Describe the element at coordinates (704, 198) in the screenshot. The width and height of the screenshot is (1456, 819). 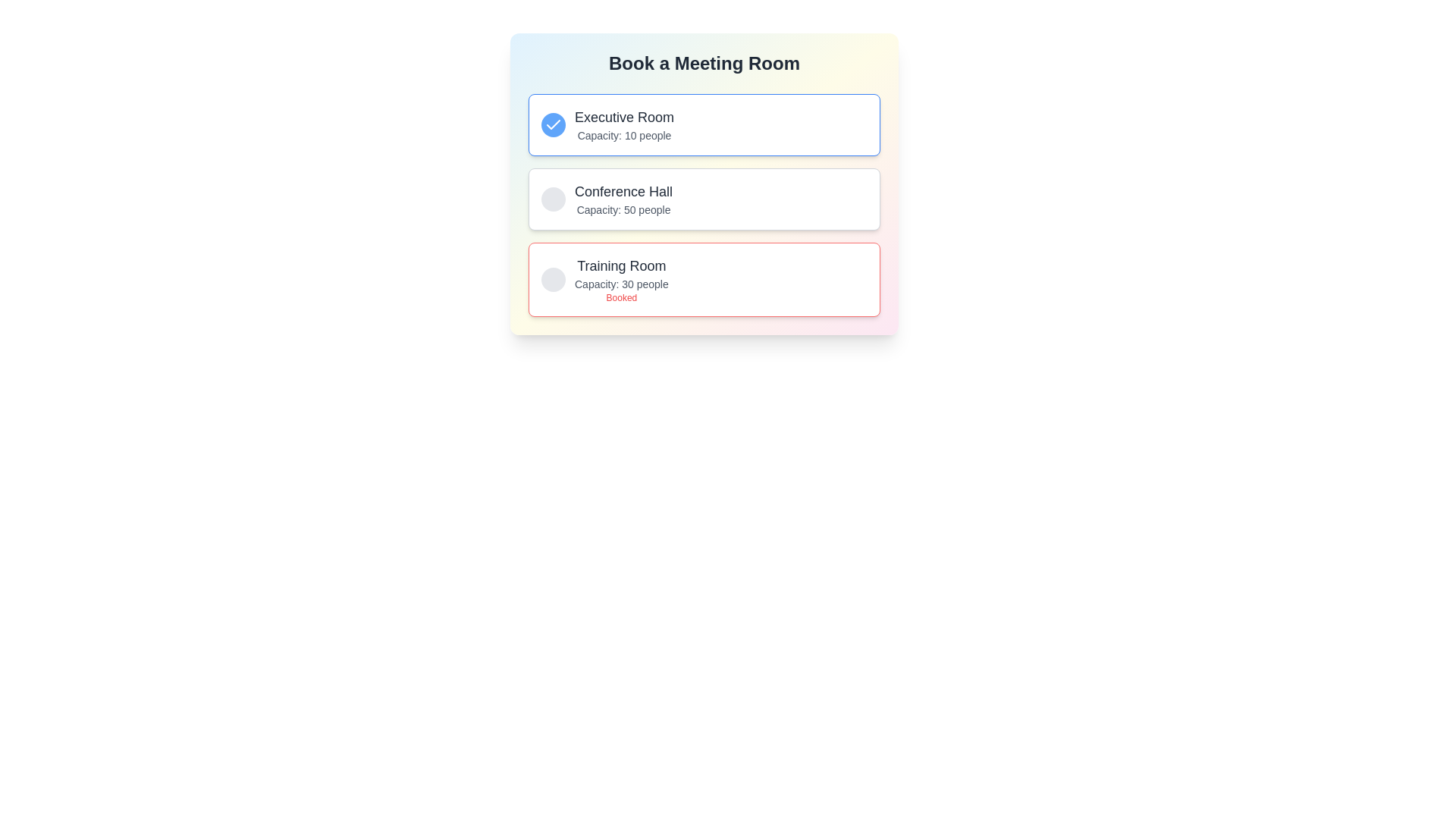
I see `the 'Conference Hall' card, which is a rectangular clickable selection option with a white background, containing the title 'Conference Hall' and capacity information, located centrally in the list of room options` at that location.